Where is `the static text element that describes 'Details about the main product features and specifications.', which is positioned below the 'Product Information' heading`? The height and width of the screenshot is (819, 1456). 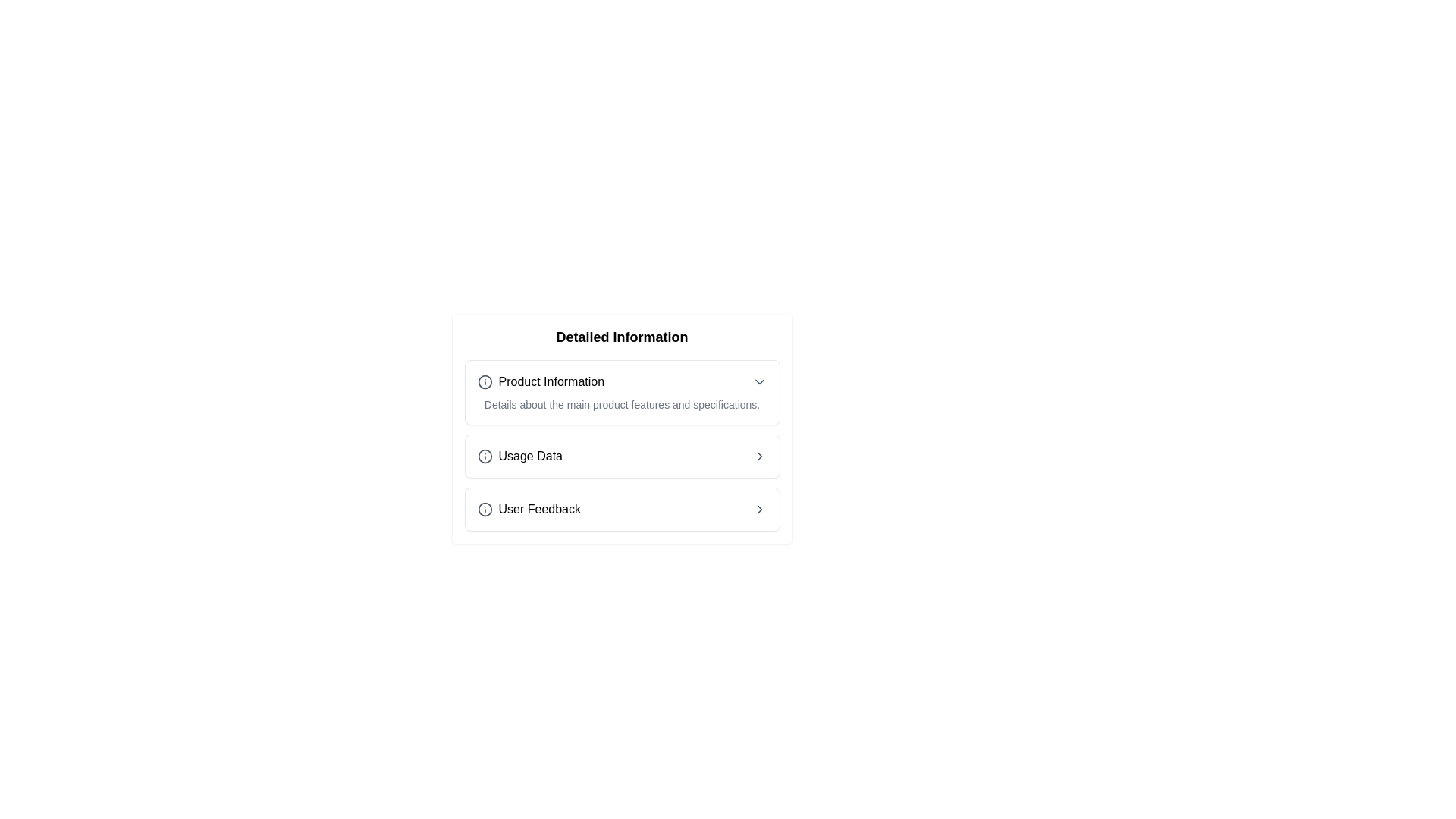
the static text element that describes 'Details about the main product features and specifications.', which is positioned below the 'Product Information' heading is located at coordinates (622, 403).